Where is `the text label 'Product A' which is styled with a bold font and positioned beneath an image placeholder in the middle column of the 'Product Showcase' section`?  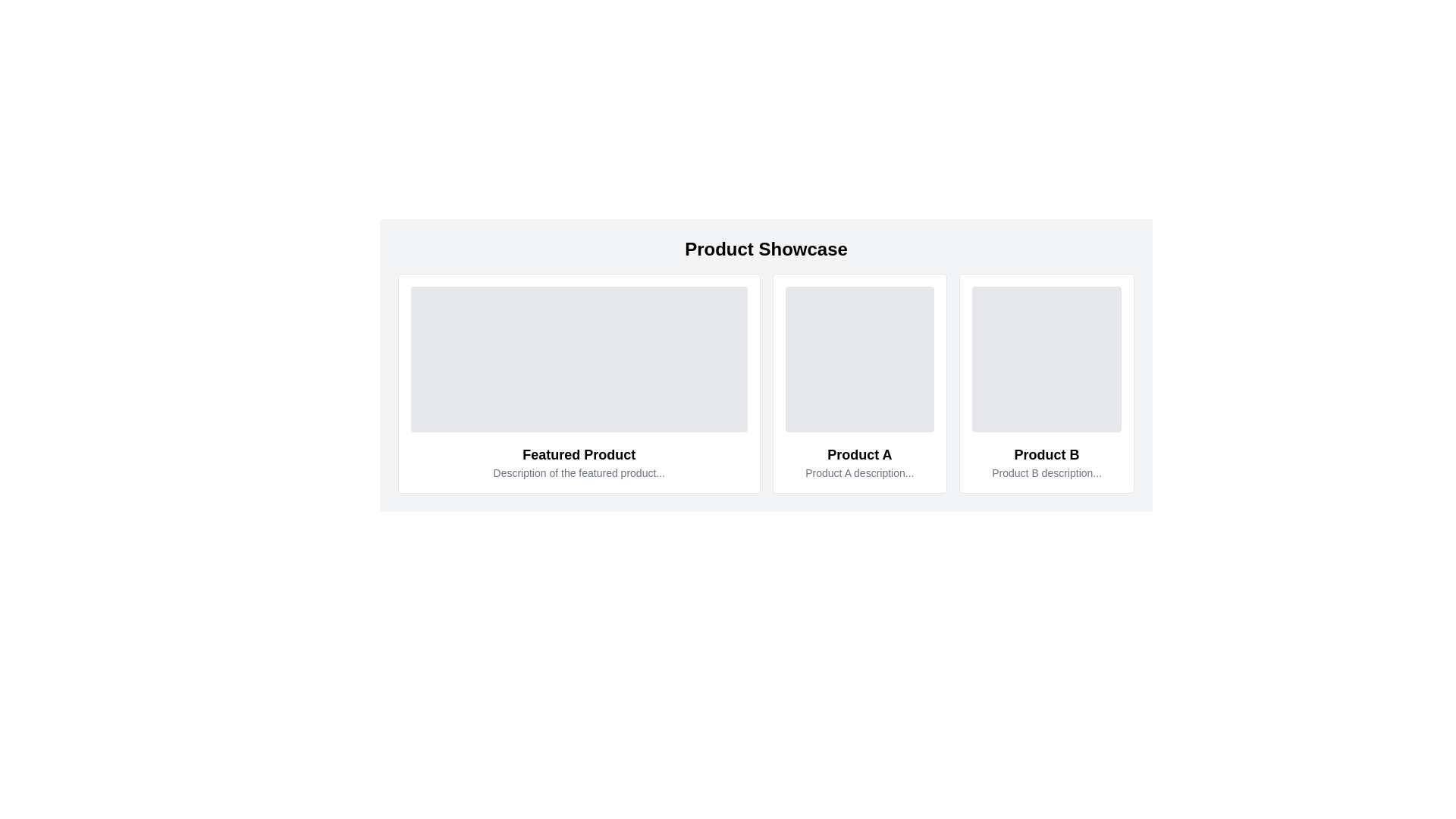 the text label 'Product A' which is styled with a bold font and positioned beneath an image placeholder in the middle column of the 'Product Showcase' section is located at coordinates (859, 454).